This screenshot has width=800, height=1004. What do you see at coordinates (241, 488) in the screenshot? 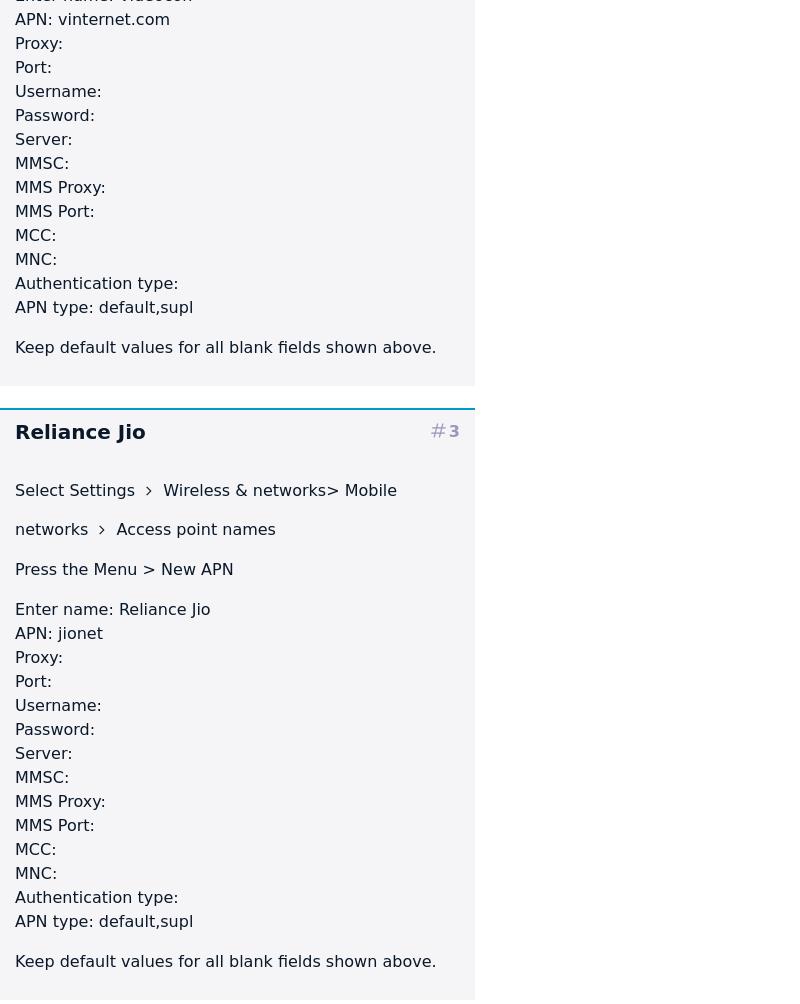
I see `'Wireless & networks'` at bounding box center [241, 488].